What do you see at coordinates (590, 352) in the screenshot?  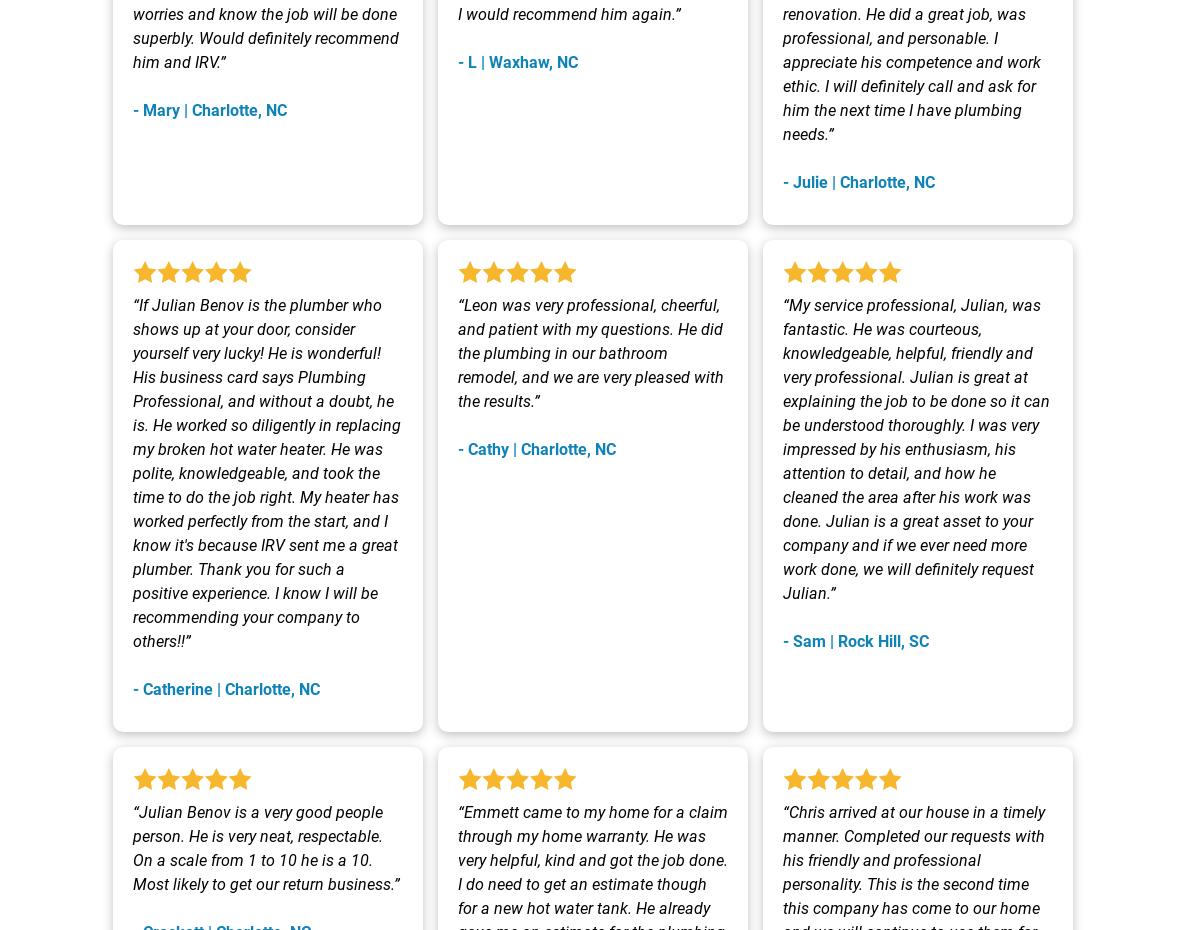 I see `'“Leon was very professional, cheerful, and patient with my questions. He did the plumbing in our bathroom remodel, and we are very pleased with the results.”'` at bounding box center [590, 352].